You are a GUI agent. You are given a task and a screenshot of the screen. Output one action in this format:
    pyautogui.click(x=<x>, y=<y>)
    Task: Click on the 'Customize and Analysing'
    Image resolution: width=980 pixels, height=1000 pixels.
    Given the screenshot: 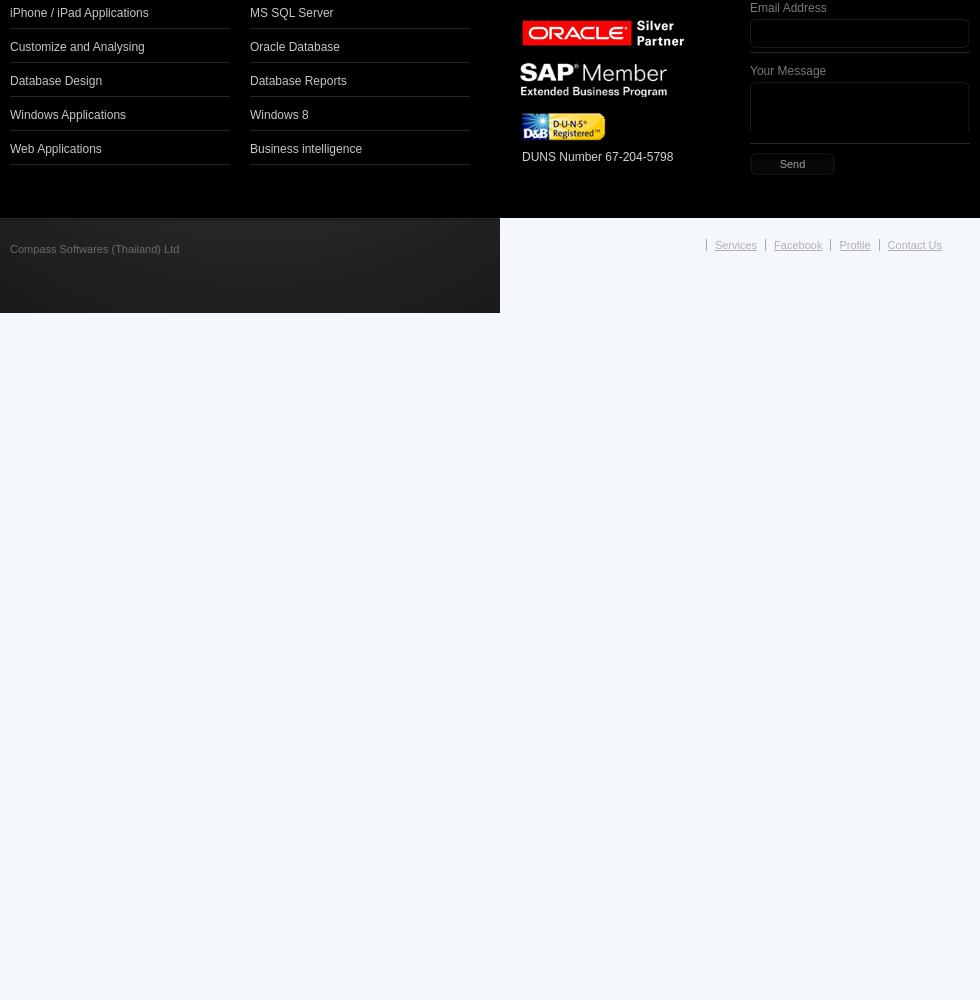 What is the action you would take?
    pyautogui.click(x=77, y=46)
    